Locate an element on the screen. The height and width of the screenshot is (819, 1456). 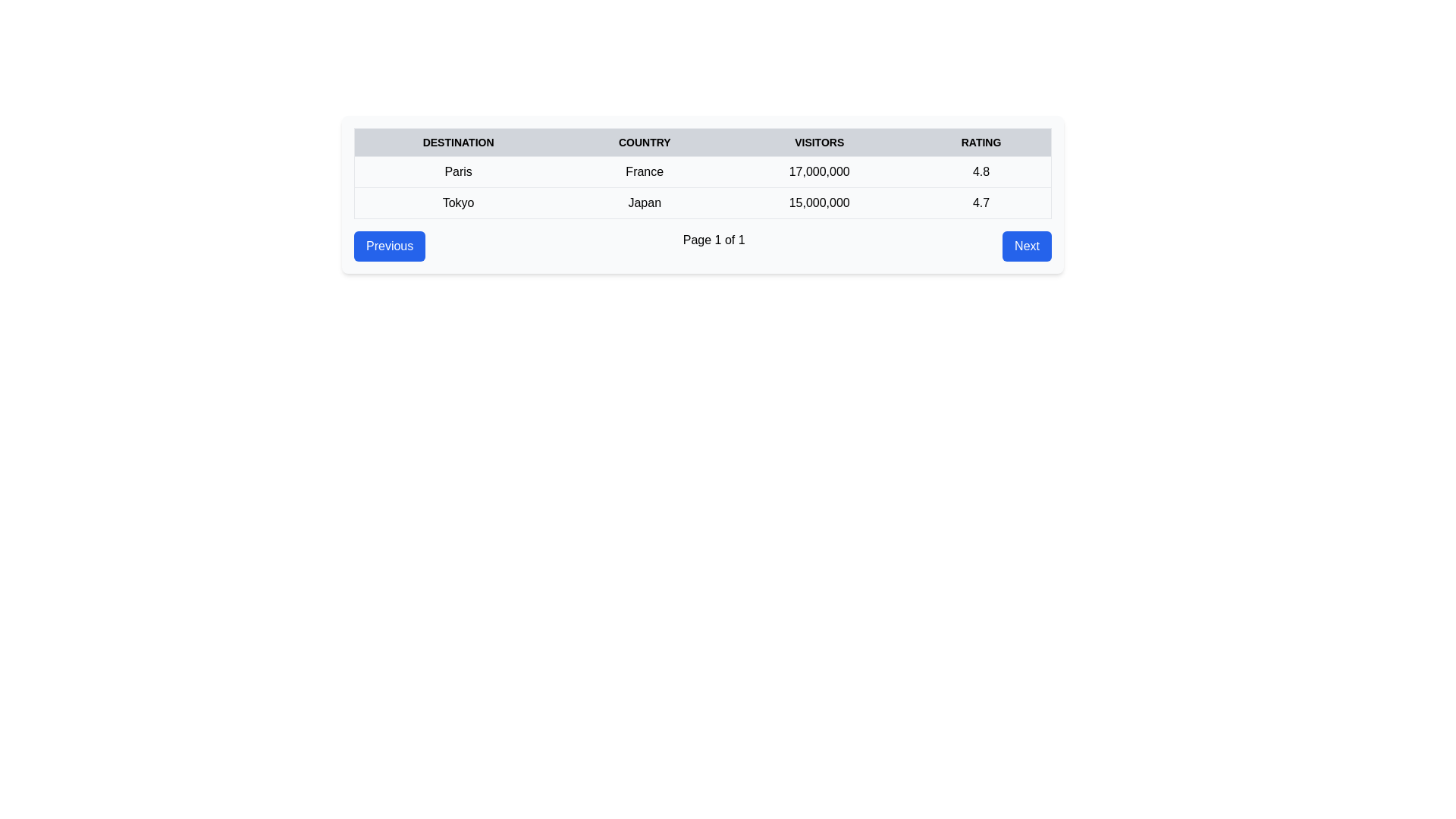
the 'Rating' column header text label in the table, which is the fourth column header located towards the top-right quadrant of the interface is located at coordinates (981, 143).